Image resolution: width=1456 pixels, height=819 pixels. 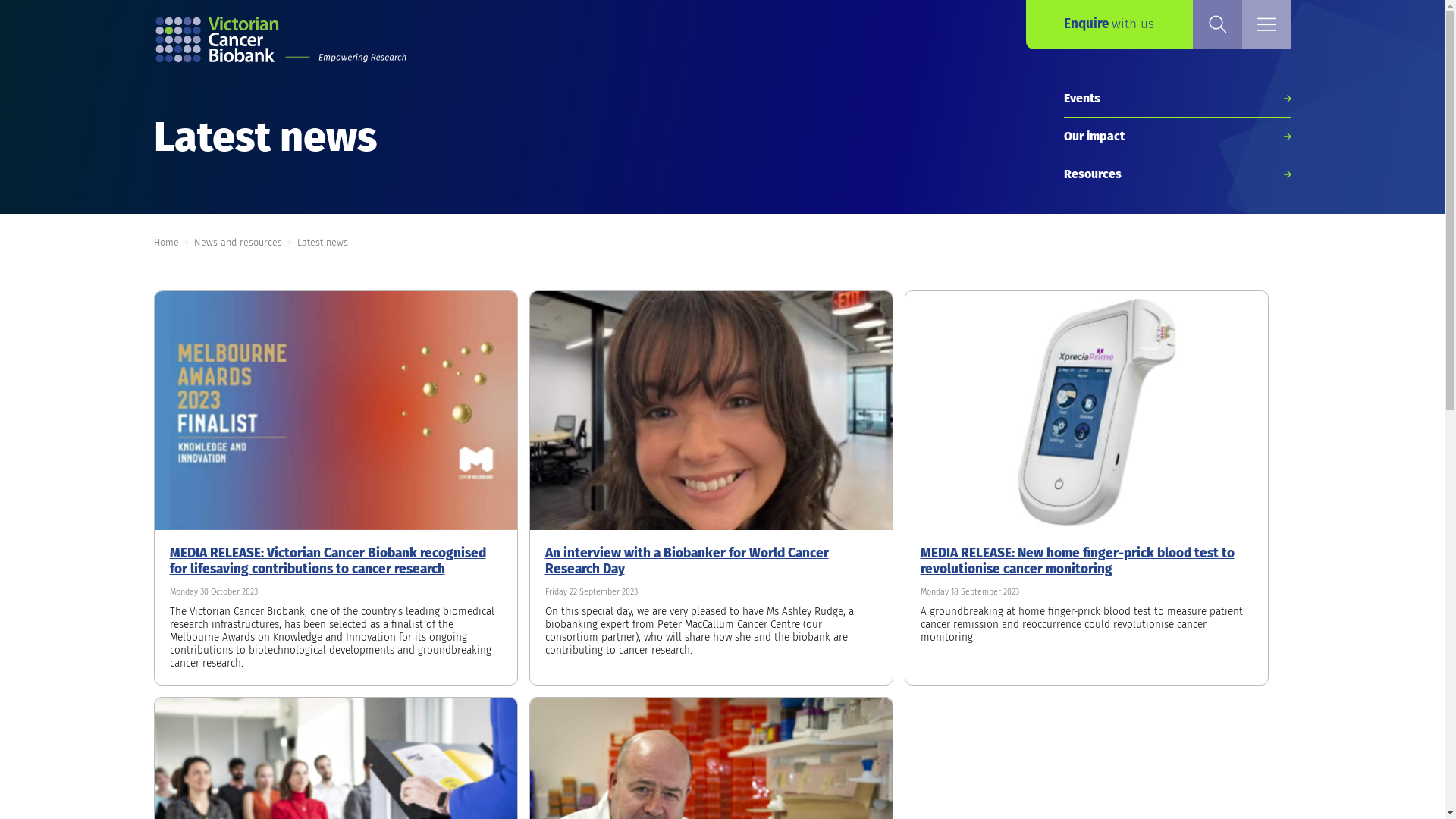 What do you see at coordinates (282, 40) in the screenshot?
I see `'Return to the home page'` at bounding box center [282, 40].